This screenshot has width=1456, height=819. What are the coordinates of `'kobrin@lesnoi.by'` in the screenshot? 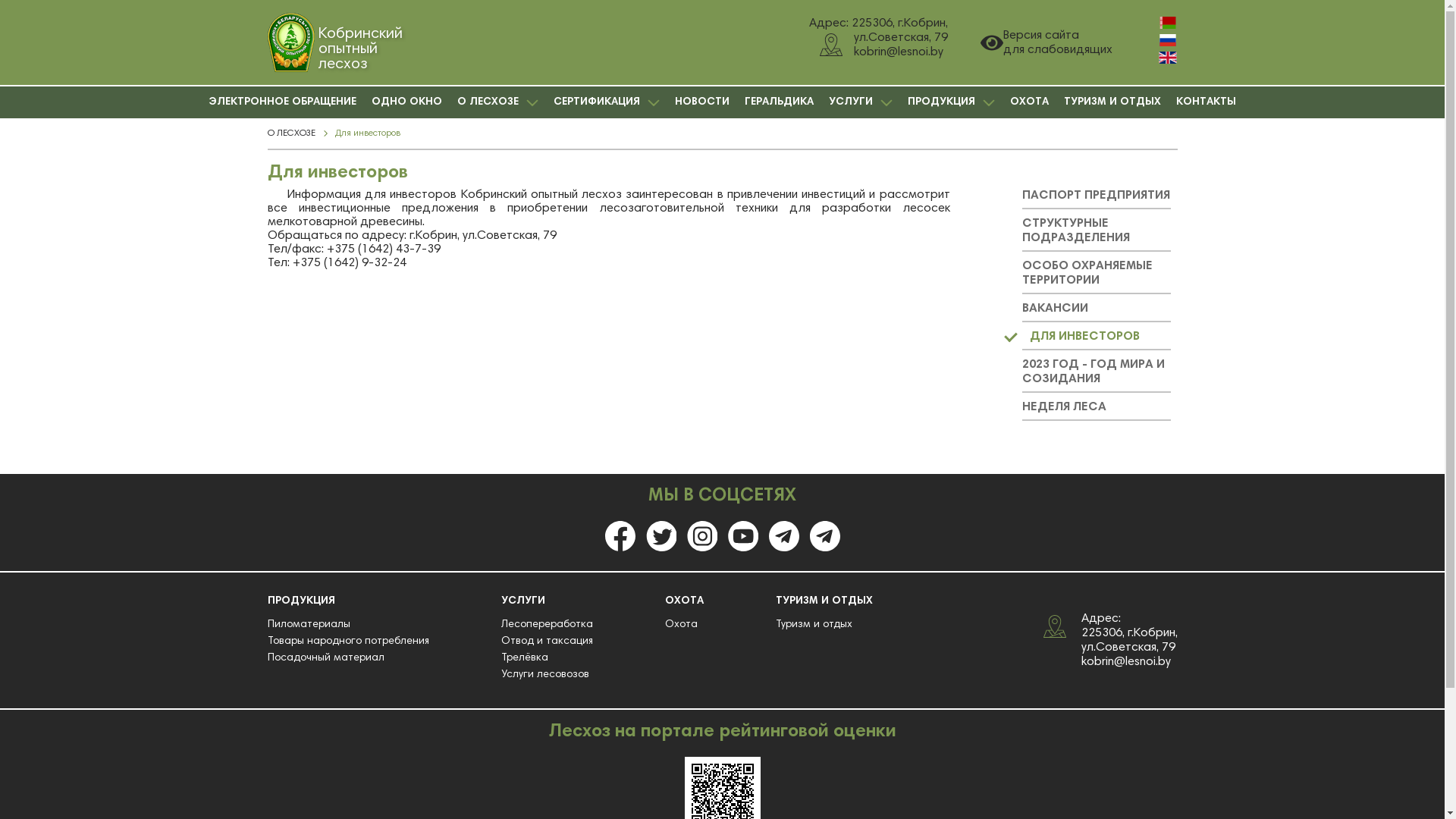 It's located at (1125, 660).